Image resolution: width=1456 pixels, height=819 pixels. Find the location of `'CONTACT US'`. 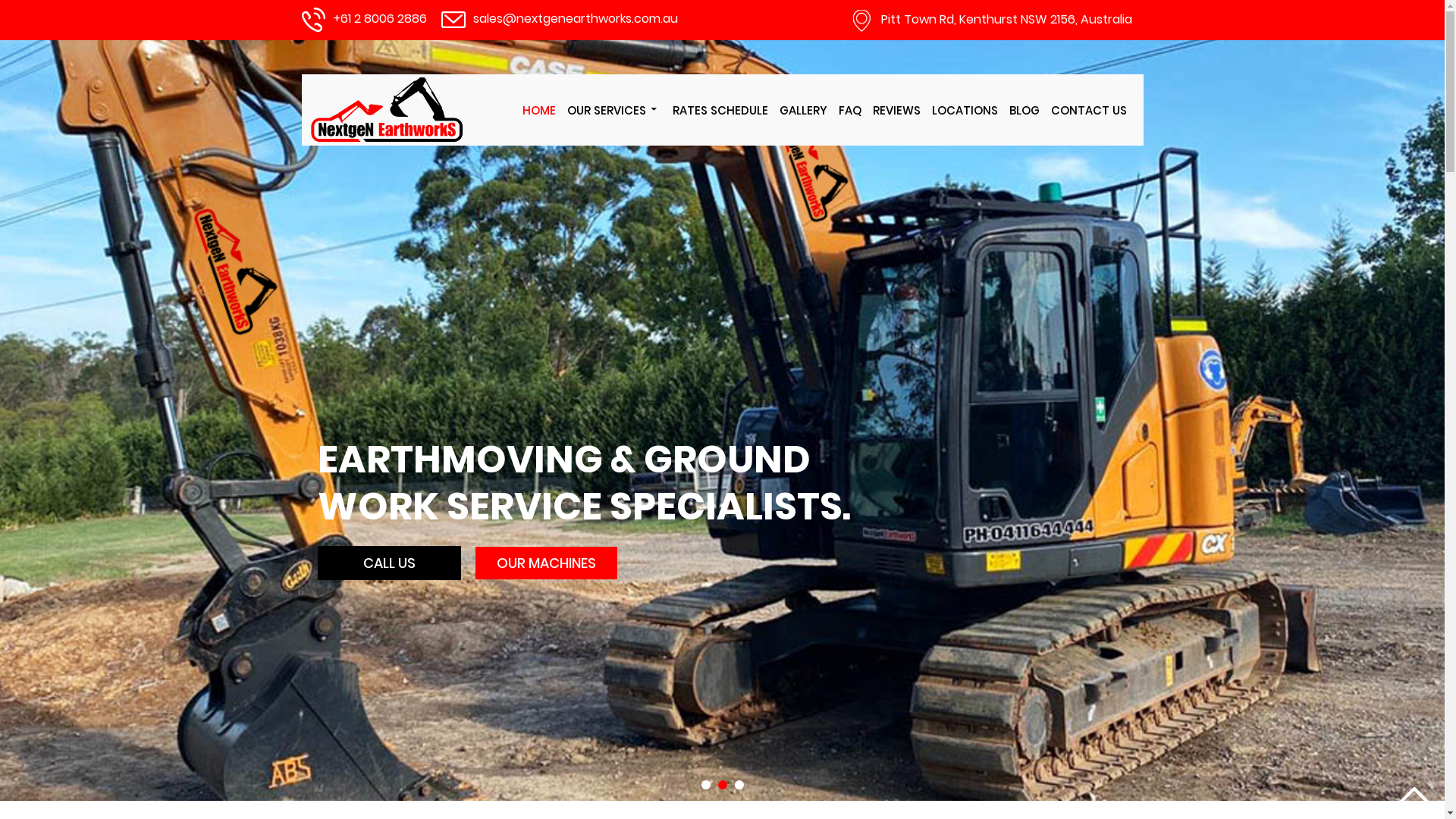

'CONTACT US' is located at coordinates (1087, 109).